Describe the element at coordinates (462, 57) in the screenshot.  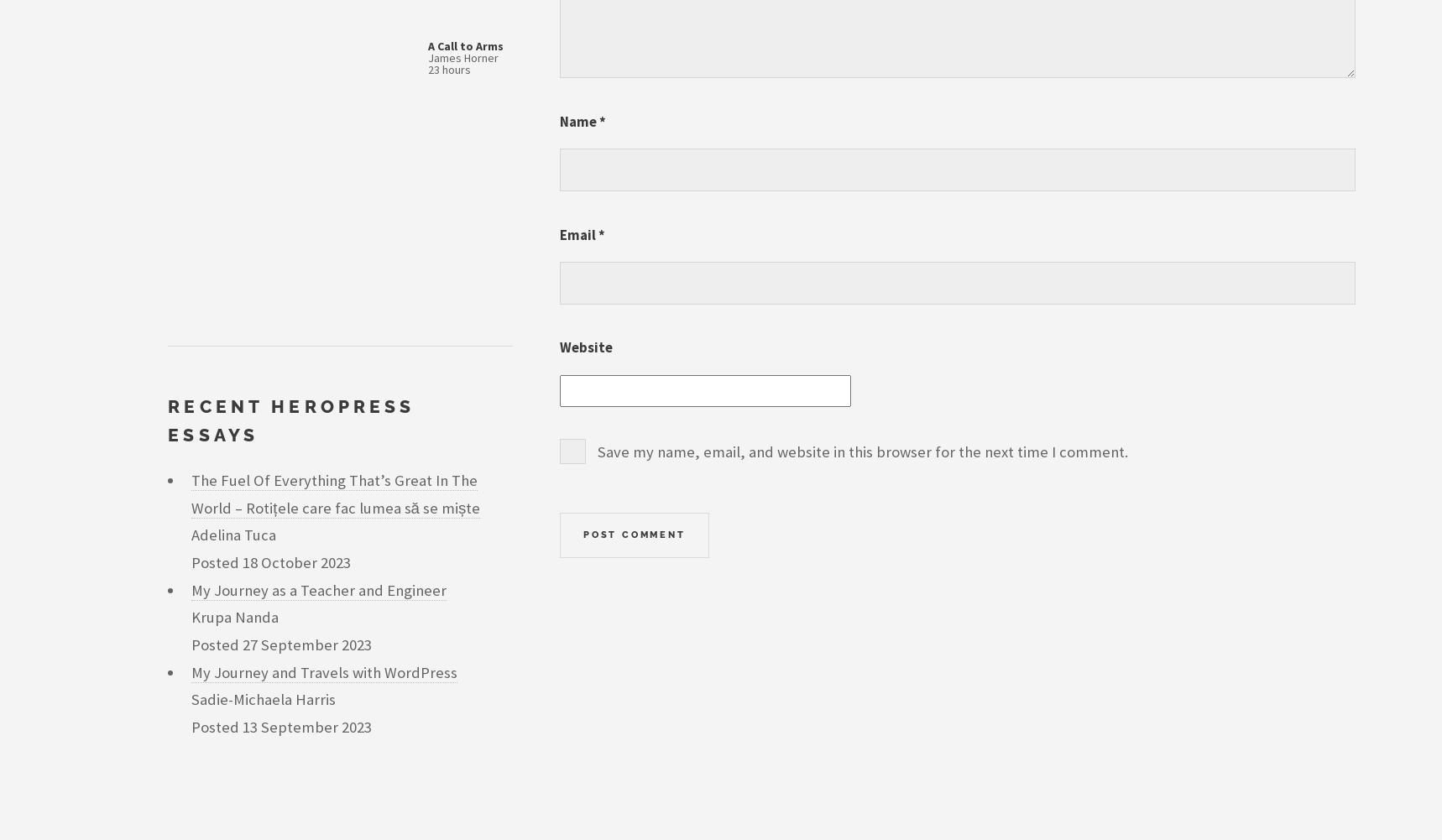
I see `'James Horner'` at that location.